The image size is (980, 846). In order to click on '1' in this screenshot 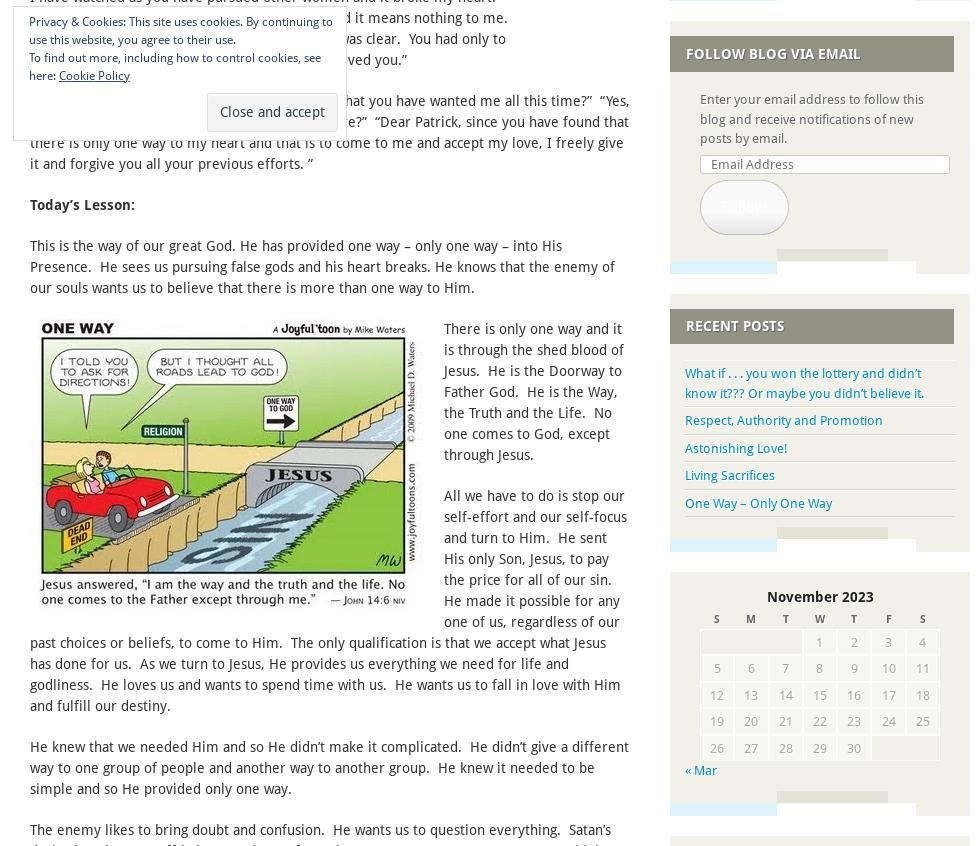, I will do `click(816, 641)`.